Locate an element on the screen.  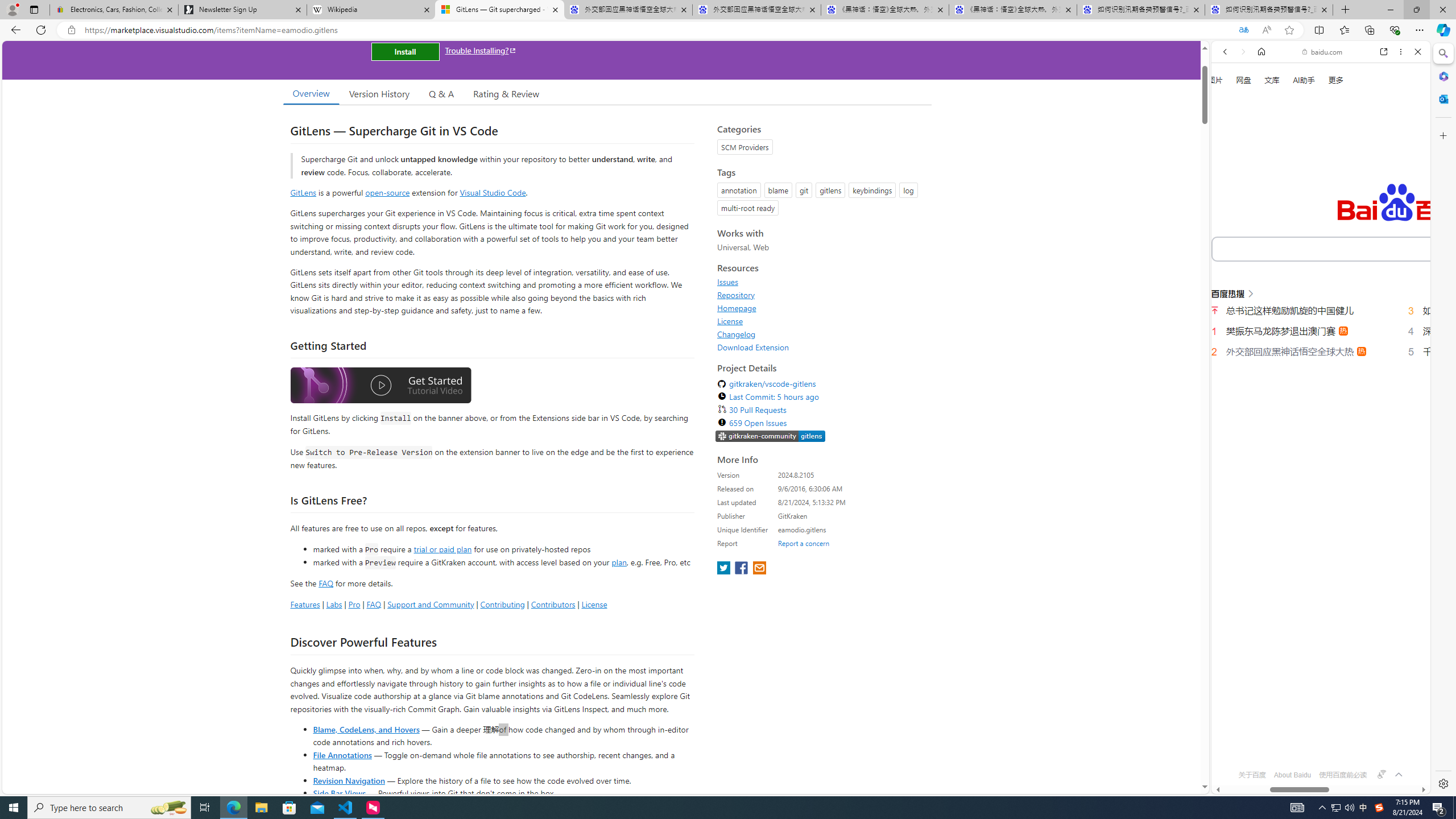
'Blame, CodeLens, and Hovers' is located at coordinates (366, 728).